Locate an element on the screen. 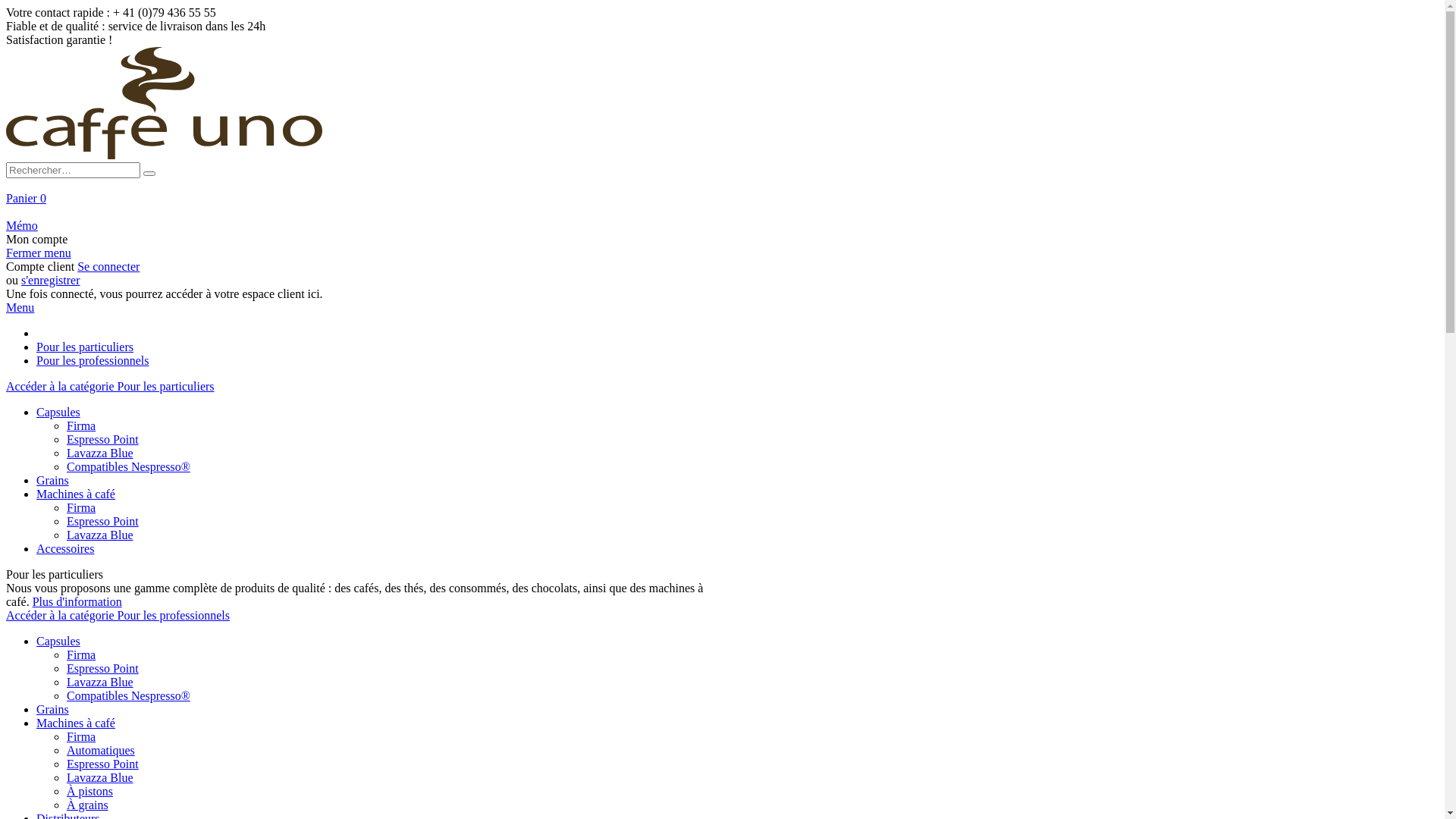  'Plus d'information' is located at coordinates (76, 600).